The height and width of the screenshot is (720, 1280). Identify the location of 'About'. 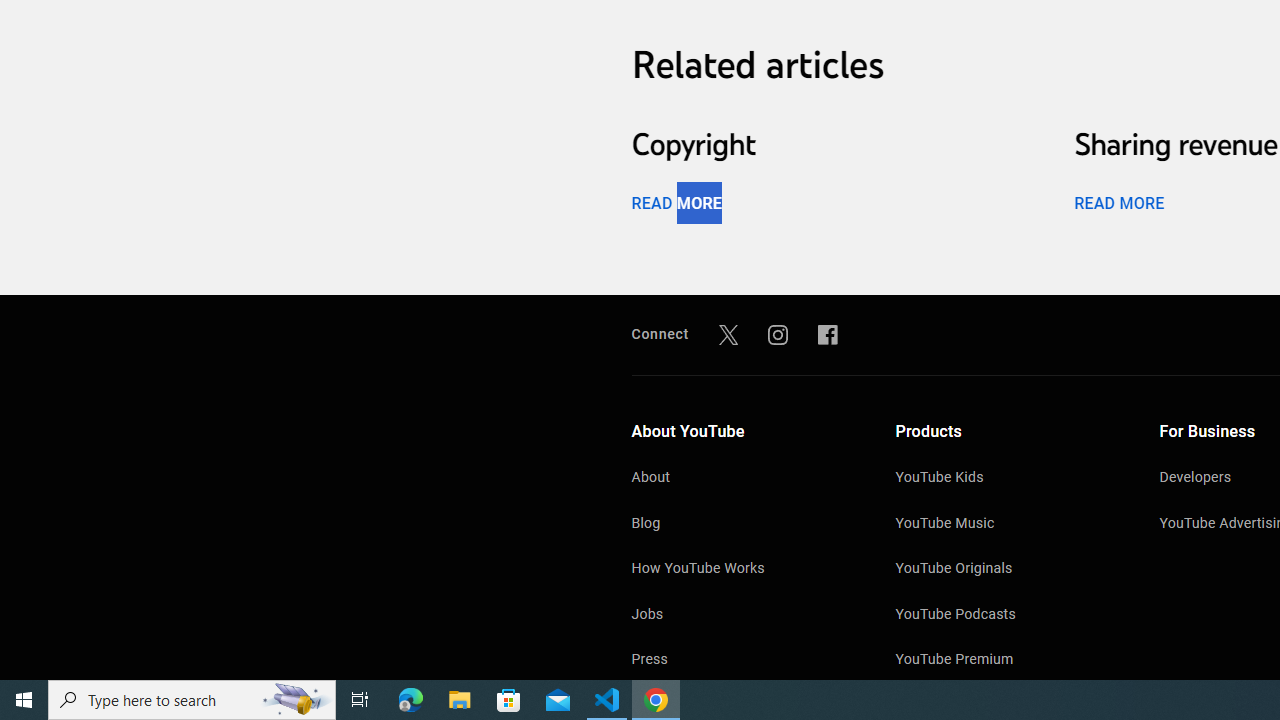
(742, 479).